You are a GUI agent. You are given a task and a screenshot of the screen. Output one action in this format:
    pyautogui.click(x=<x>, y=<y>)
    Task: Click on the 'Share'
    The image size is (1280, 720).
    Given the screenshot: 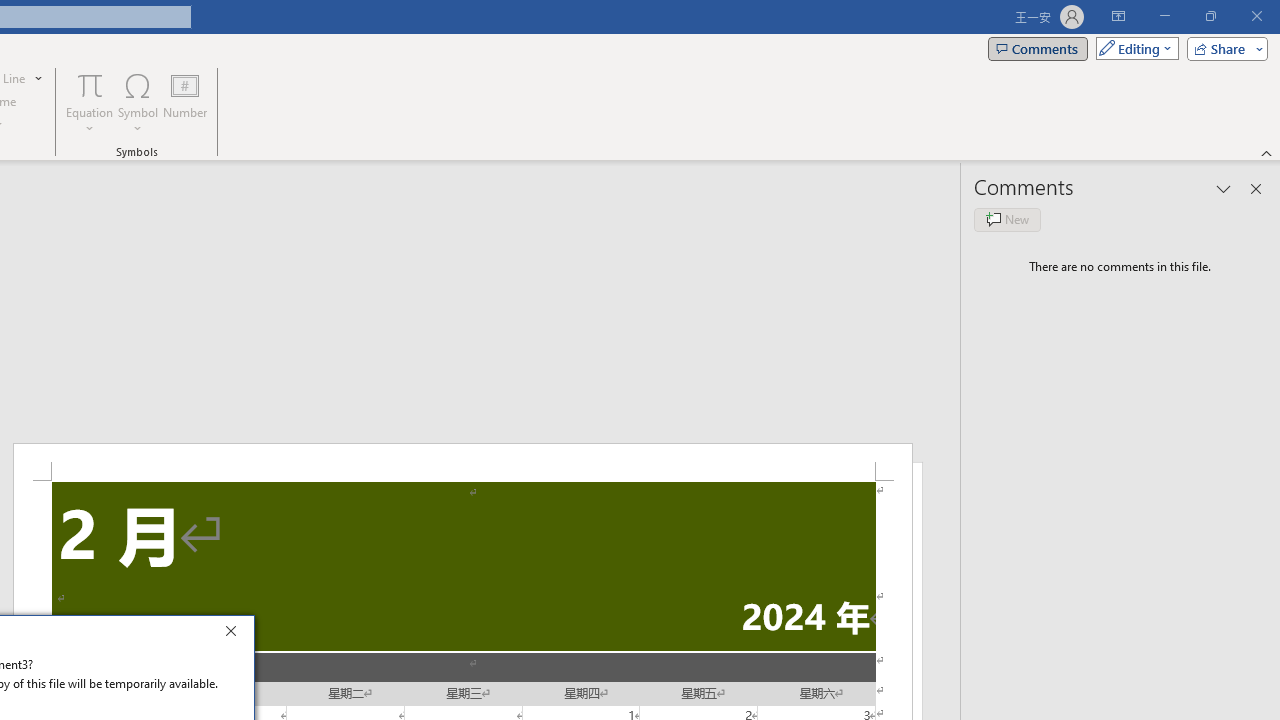 What is the action you would take?
    pyautogui.click(x=1222, y=47)
    